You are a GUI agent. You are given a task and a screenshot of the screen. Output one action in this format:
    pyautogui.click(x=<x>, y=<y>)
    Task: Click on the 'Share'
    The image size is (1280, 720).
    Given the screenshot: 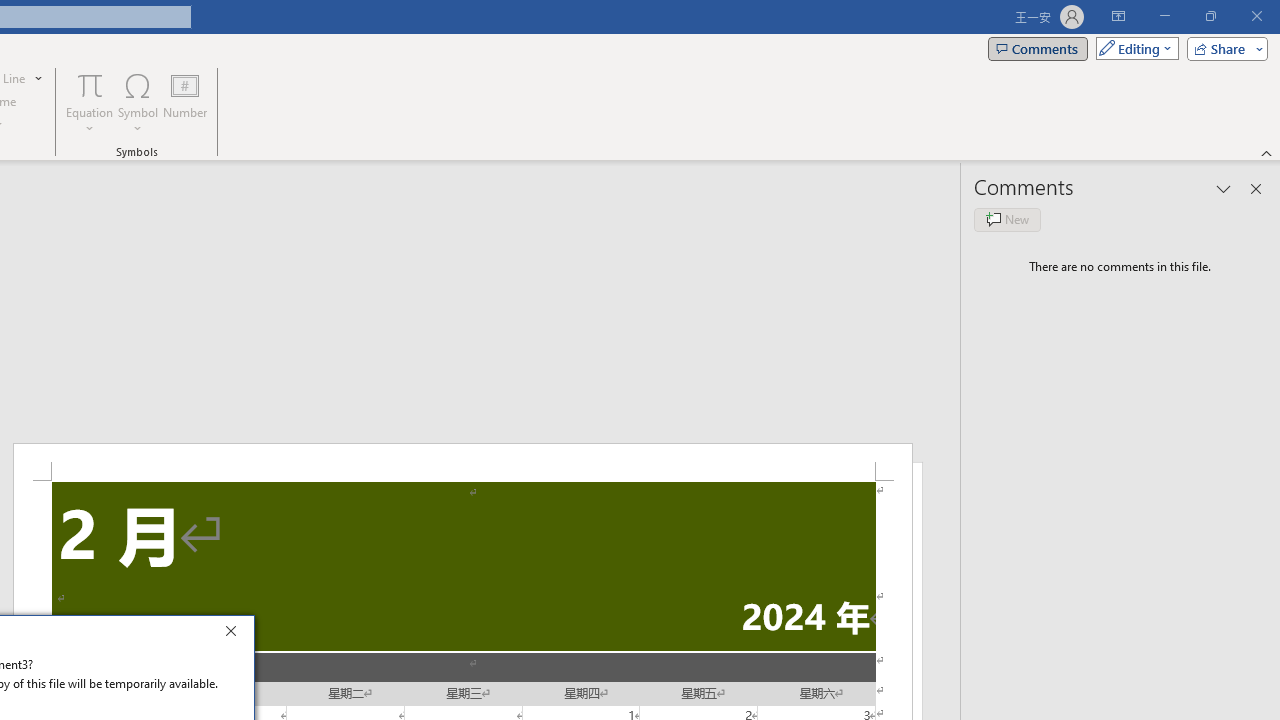 What is the action you would take?
    pyautogui.click(x=1222, y=47)
    